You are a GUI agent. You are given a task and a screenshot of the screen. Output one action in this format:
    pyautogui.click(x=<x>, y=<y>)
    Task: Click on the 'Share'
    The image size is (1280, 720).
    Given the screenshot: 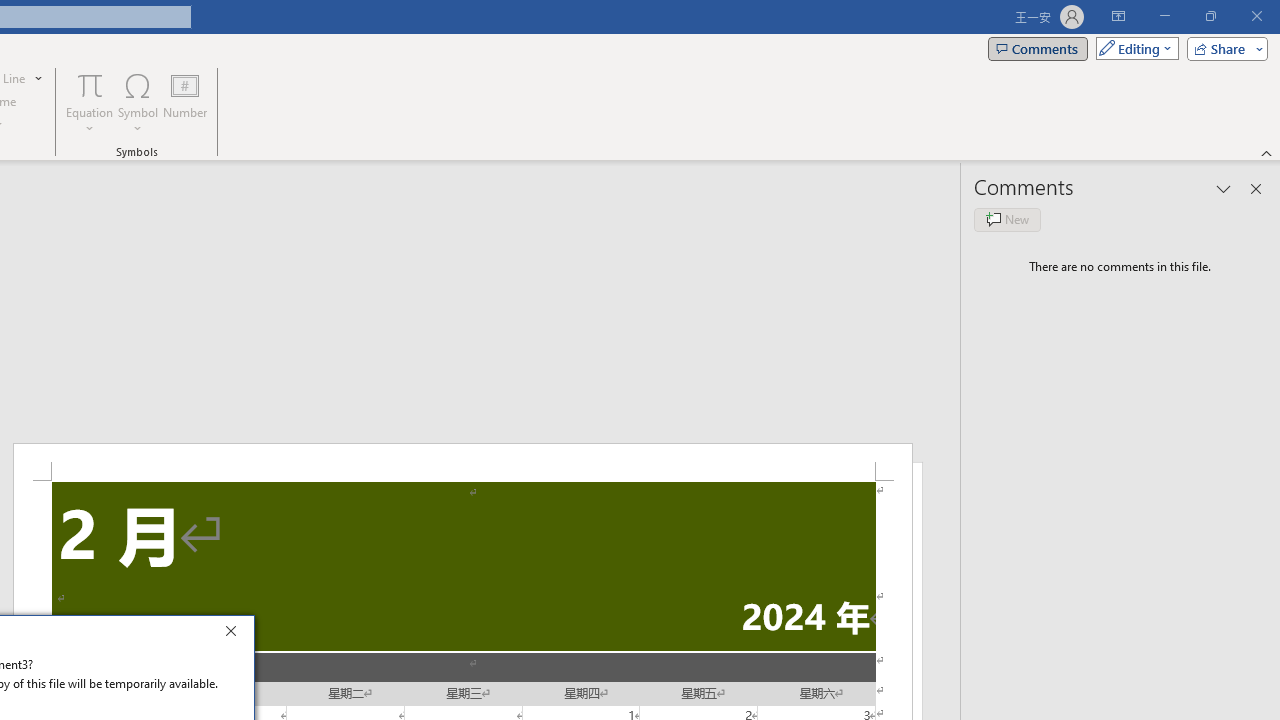 What is the action you would take?
    pyautogui.click(x=1222, y=47)
    